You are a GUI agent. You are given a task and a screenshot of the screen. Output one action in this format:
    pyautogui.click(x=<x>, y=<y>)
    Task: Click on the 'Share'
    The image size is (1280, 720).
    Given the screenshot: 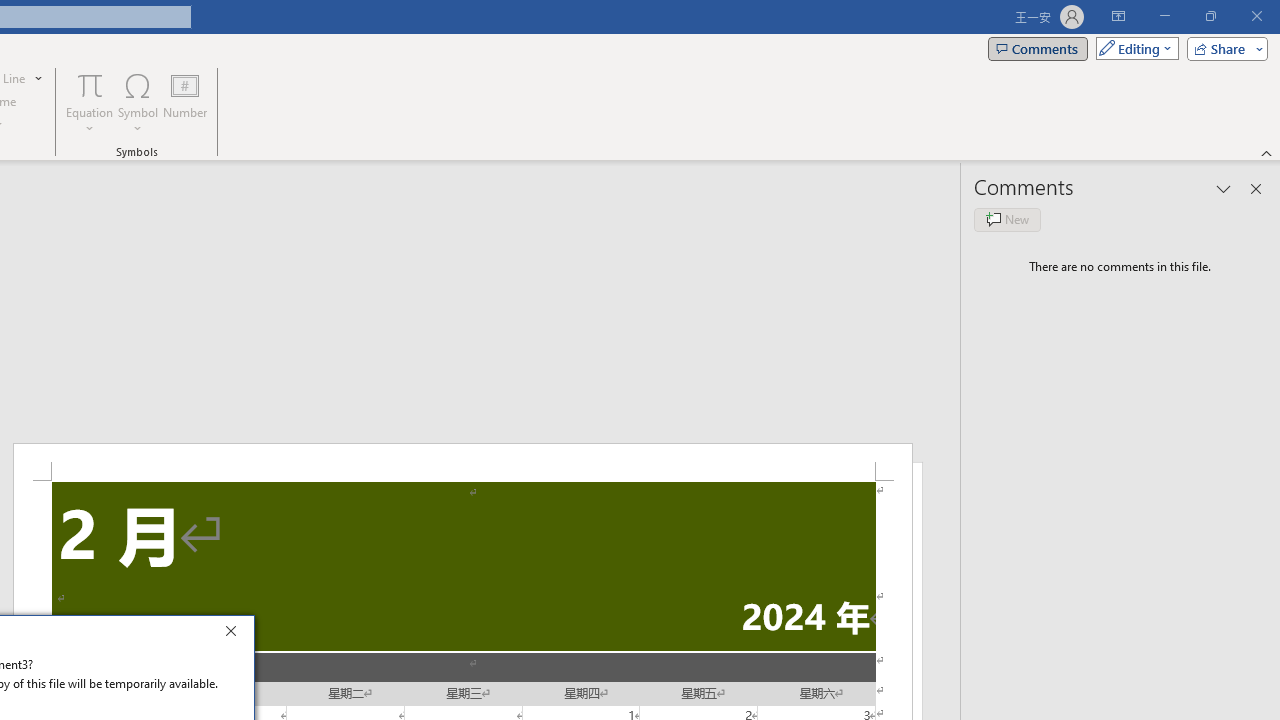 What is the action you would take?
    pyautogui.click(x=1222, y=47)
    